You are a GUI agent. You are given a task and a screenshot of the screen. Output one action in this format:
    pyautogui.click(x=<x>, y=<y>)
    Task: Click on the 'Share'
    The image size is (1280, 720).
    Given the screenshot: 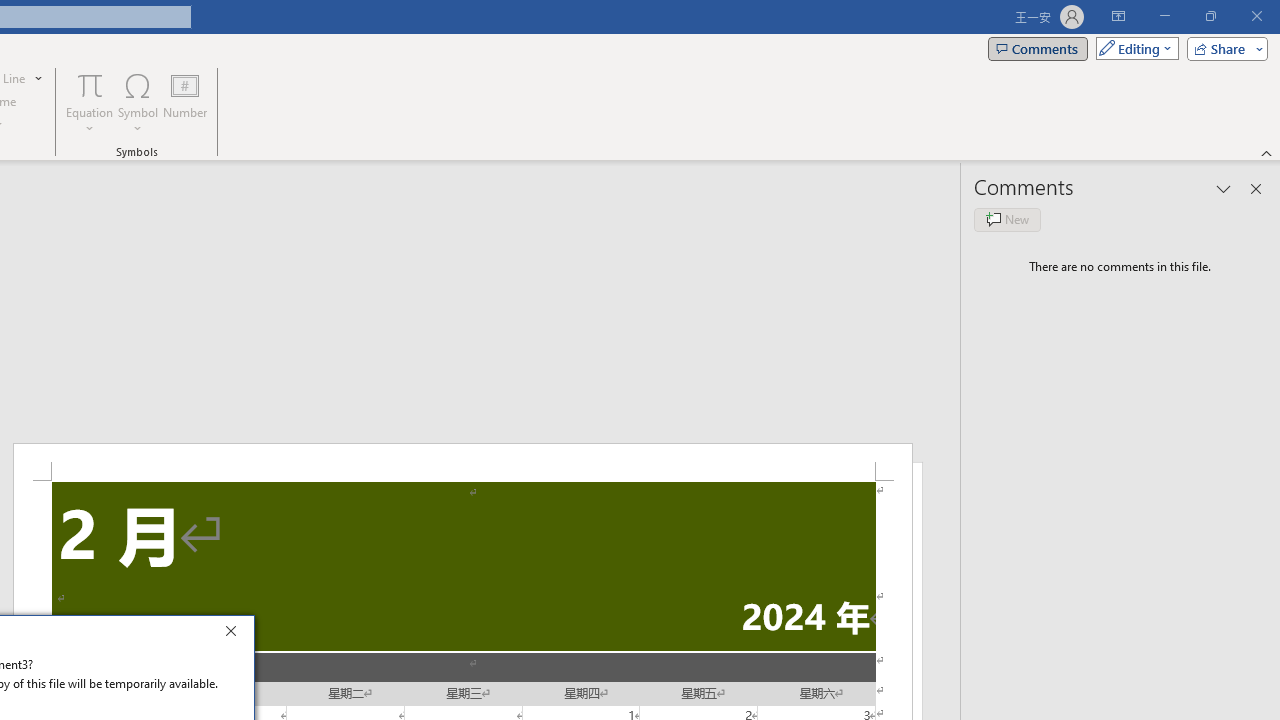 What is the action you would take?
    pyautogui.click(x=1222, y=47)
    